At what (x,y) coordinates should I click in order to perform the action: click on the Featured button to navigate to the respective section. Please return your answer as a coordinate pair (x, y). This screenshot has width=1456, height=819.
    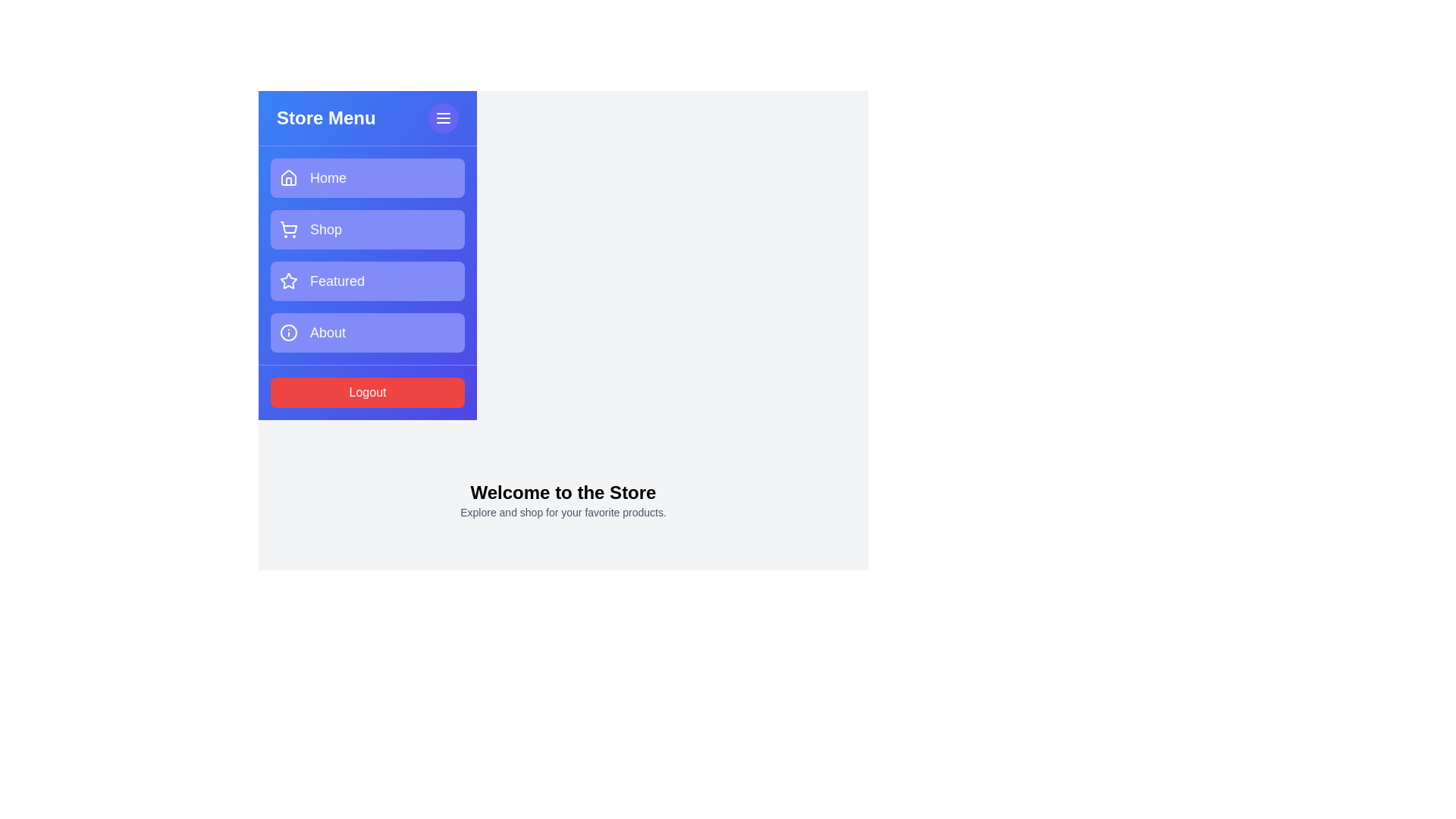
    Looking at the image, I should click on (367, 281).